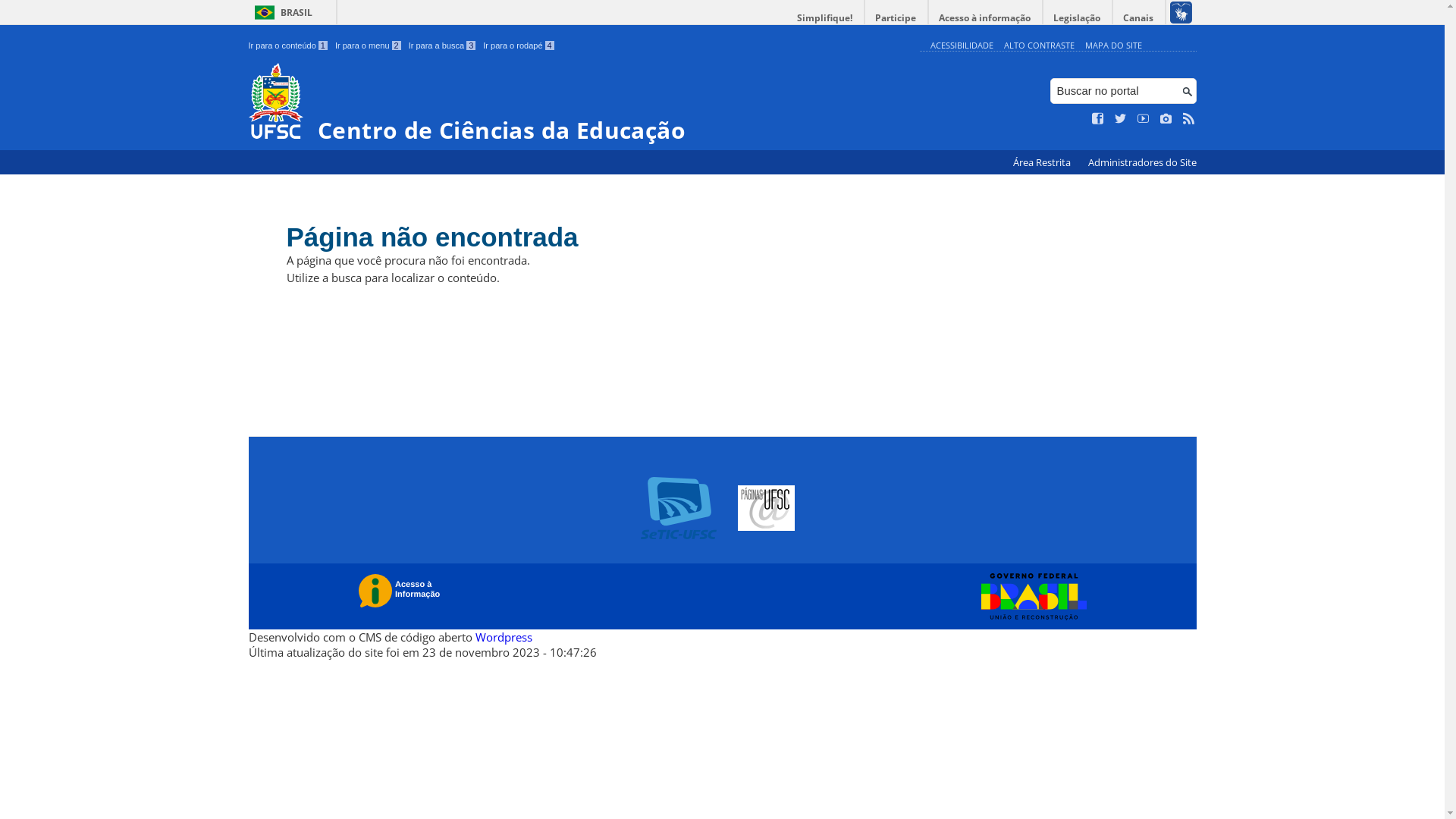 The width and height of the screenshot is (1456, 819). What do you see at coordinates (368, 45) in the screenshot?
I see `'Ir para o menu 2'` at bounding box center [368, 45].